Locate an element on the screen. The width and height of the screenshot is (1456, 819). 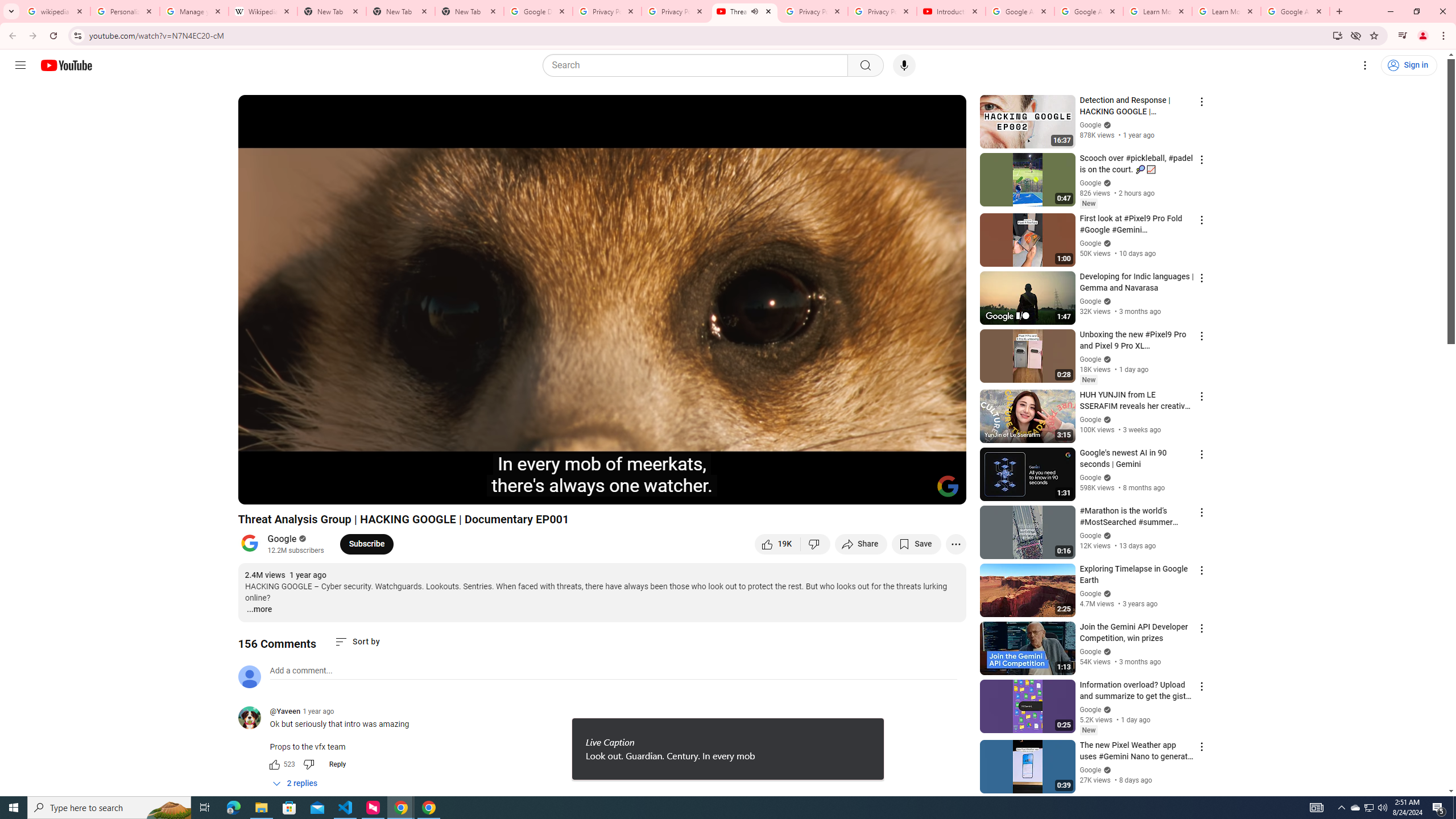
'Channel watermark' is located at coordinates (948, 486).